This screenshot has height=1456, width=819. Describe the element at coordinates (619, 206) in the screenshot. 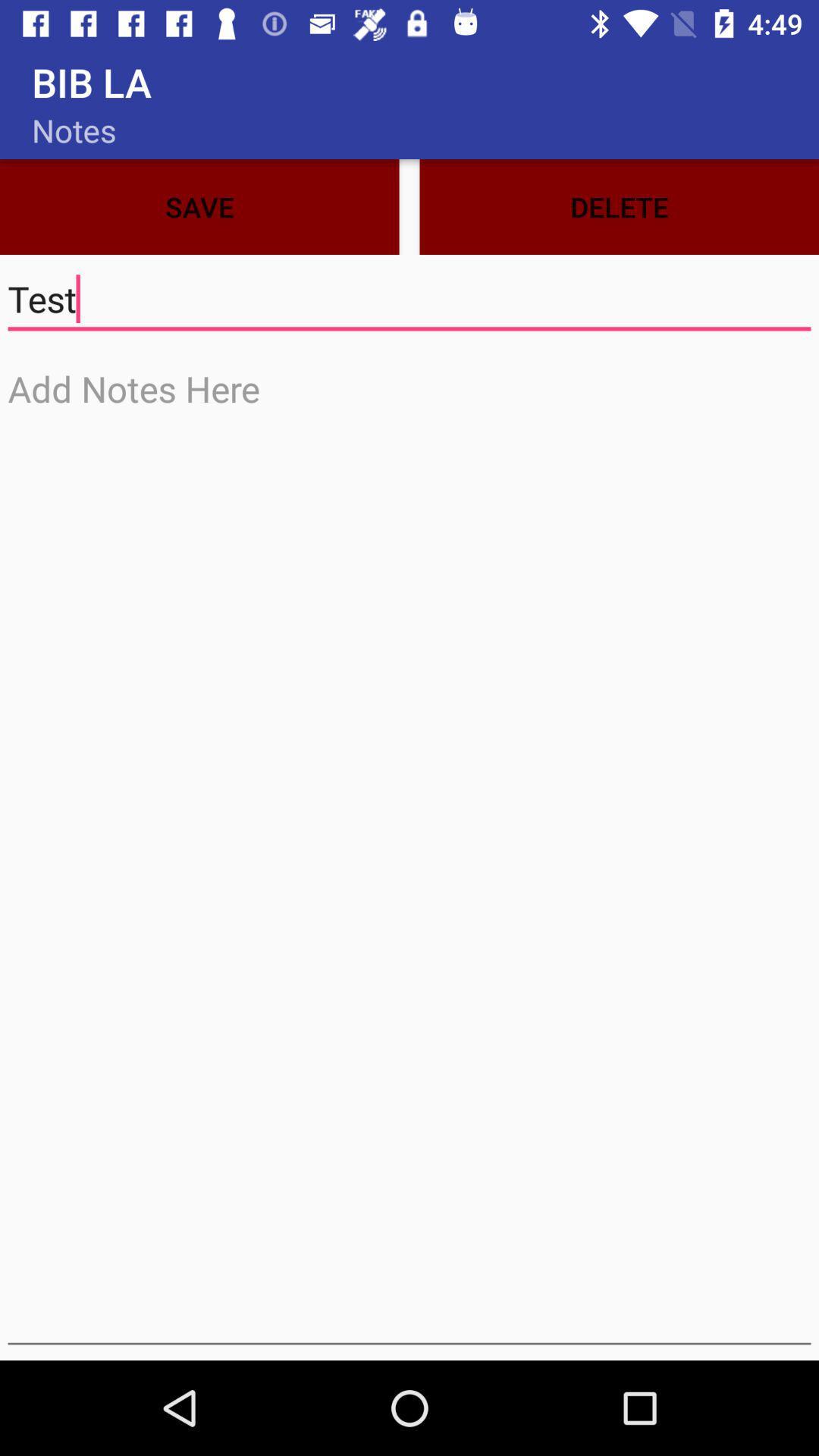

I see `delete` at that location.